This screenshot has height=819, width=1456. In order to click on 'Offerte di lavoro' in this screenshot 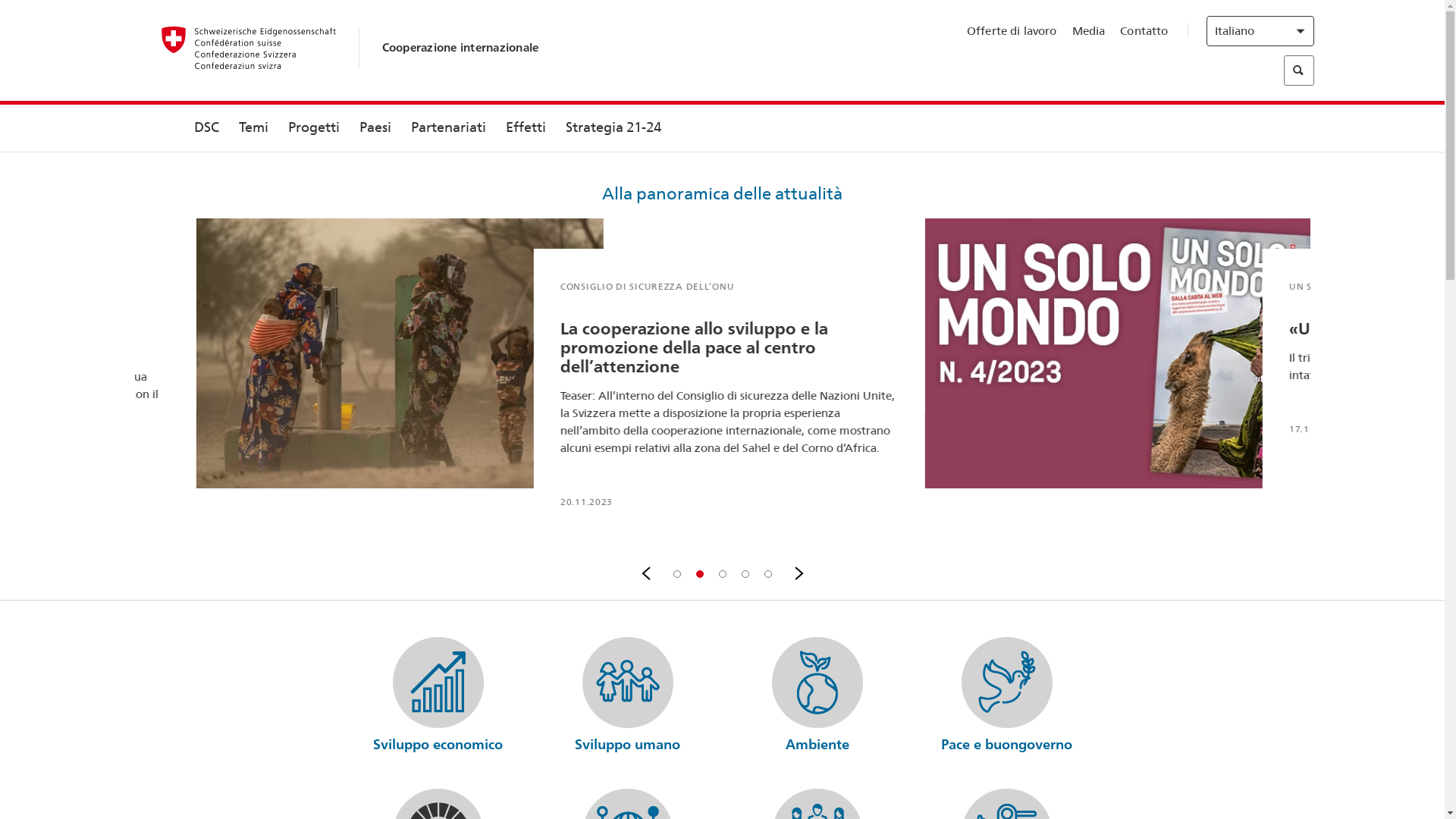, I will do `click(1012, 31)`.